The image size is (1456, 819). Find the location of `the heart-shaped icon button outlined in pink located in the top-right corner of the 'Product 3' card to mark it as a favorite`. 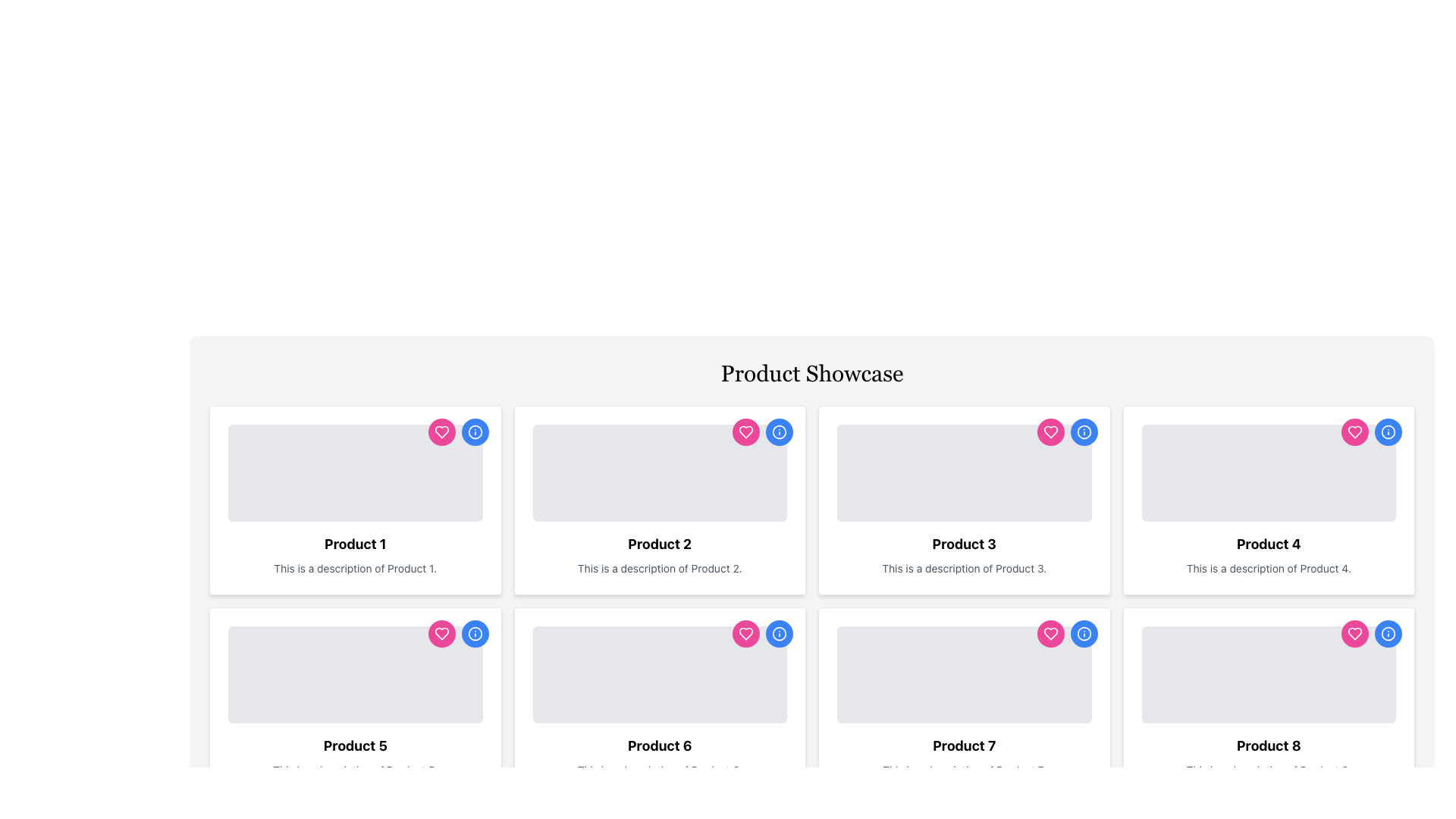

the heart-shaped icon button outlined in pink located in the top-right corner of the 'Product 3' card to mark it as a favorite is located at coordinates (1050, 634).